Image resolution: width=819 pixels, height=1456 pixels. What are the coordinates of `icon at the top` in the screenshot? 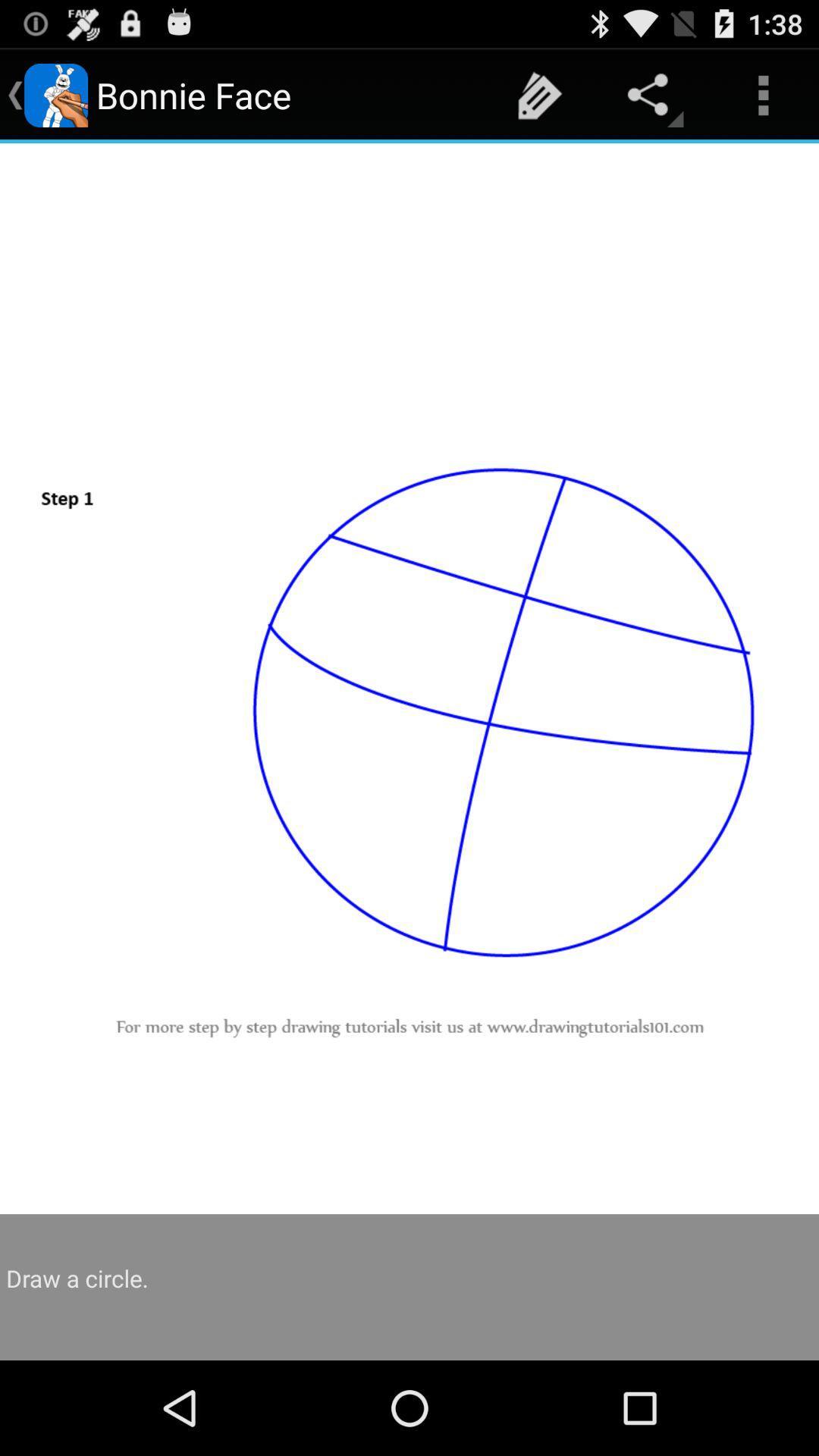 It's located at (539, 94).